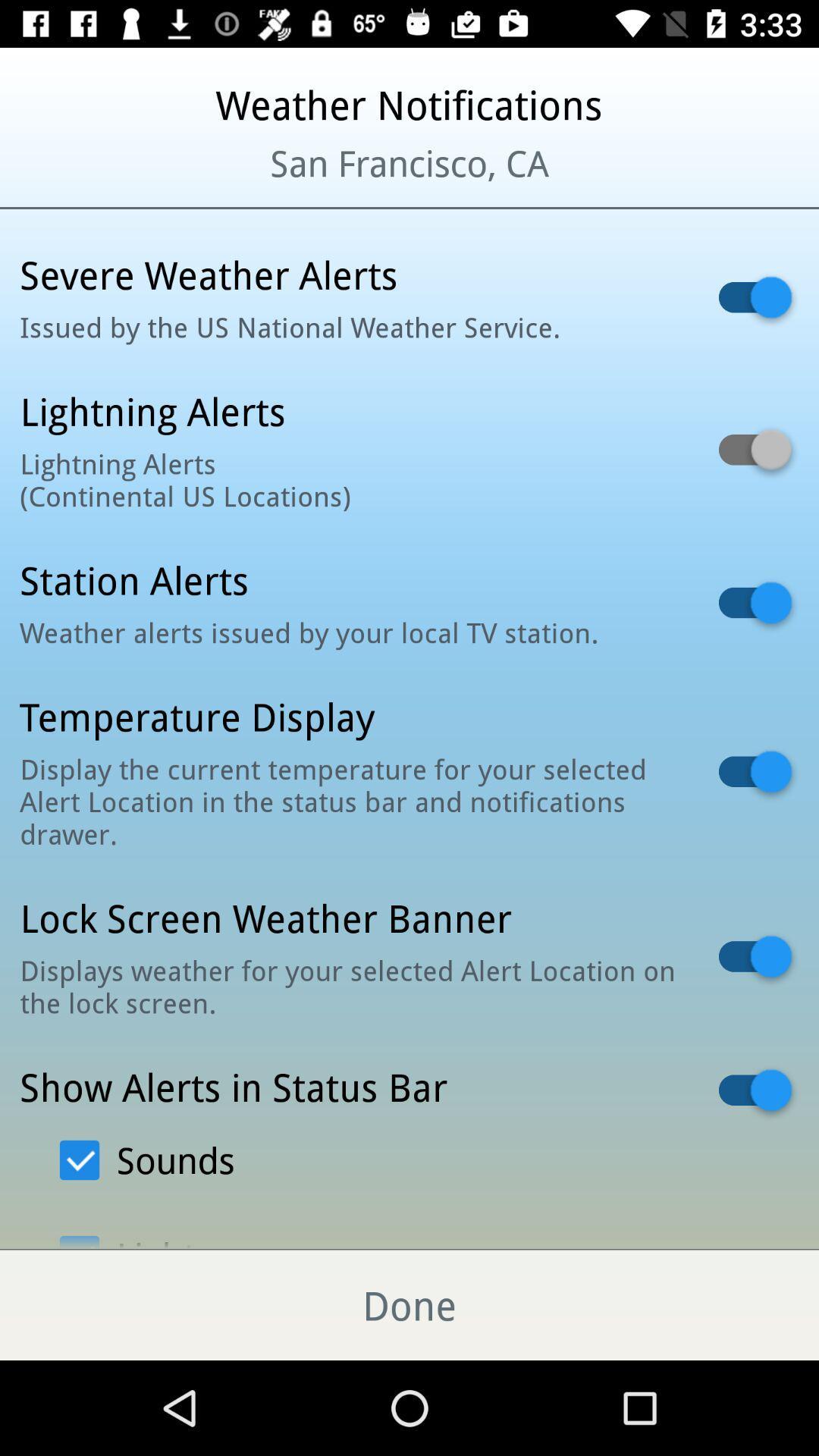 Image resolution: width=819 pixels, height=1456 pixels. Describe the element at coordinates (99, 182) in the screenshot. I see `item to the left of the san francisco, ca` at that location.